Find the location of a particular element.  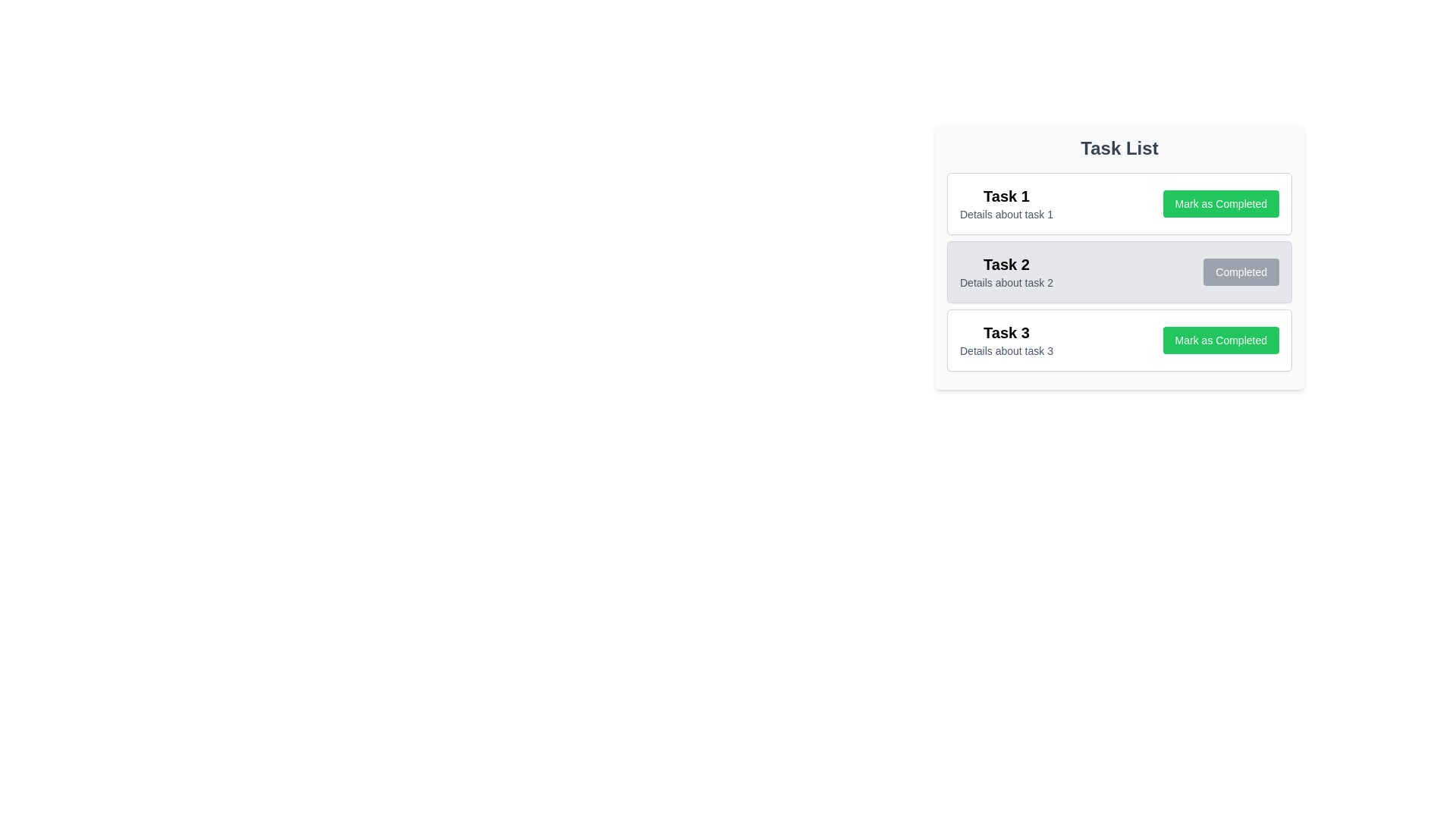

the 'Completed' button, which is a green rectangular button with white text, located in the second task entry of the 'Task List' is located at coordinates (1241, 271).